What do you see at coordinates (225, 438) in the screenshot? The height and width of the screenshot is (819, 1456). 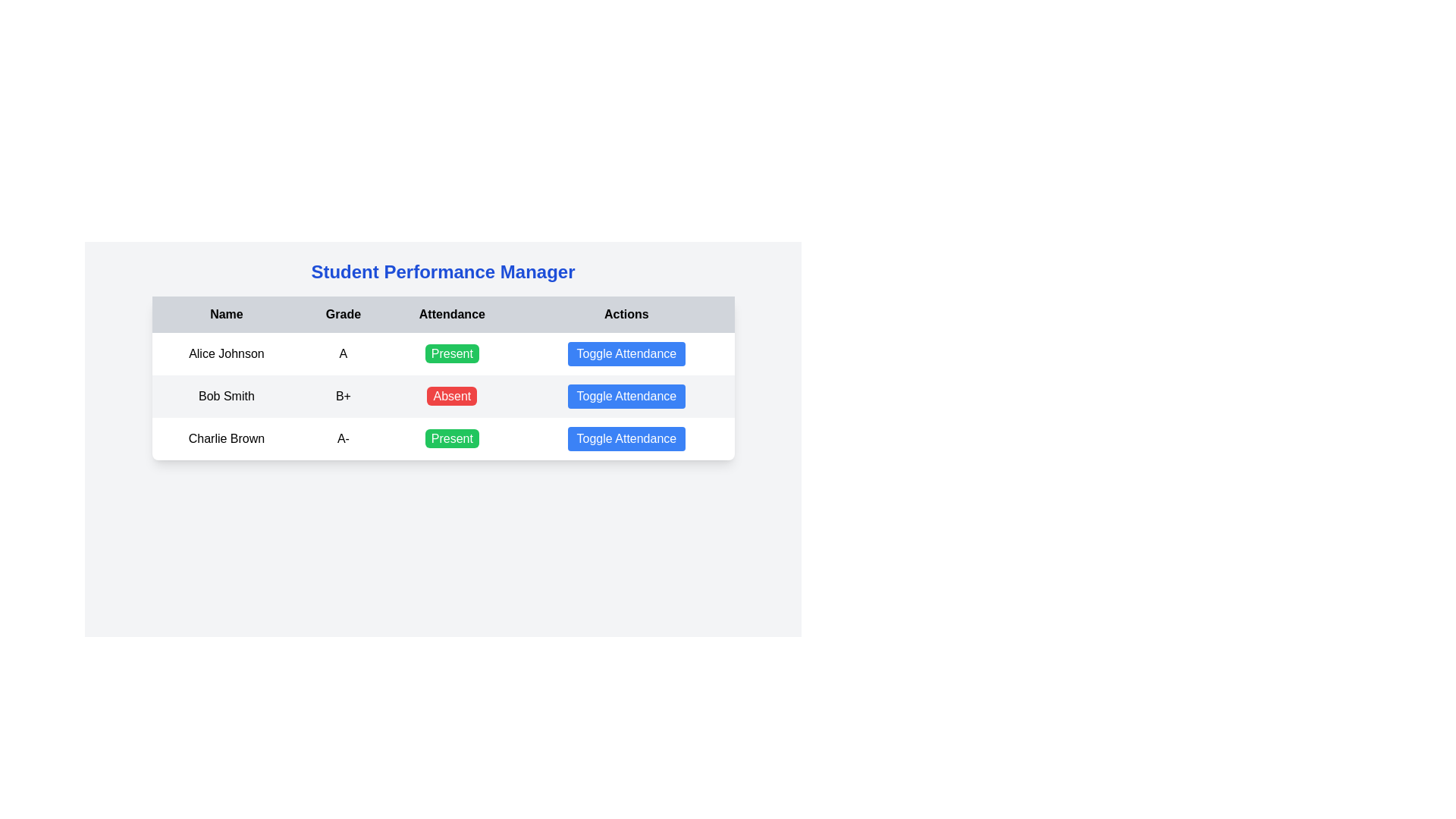 I see `the text label displaying the name 'Charlie Brown' in the first column and third row of the table` at bounding box center [225, 438].